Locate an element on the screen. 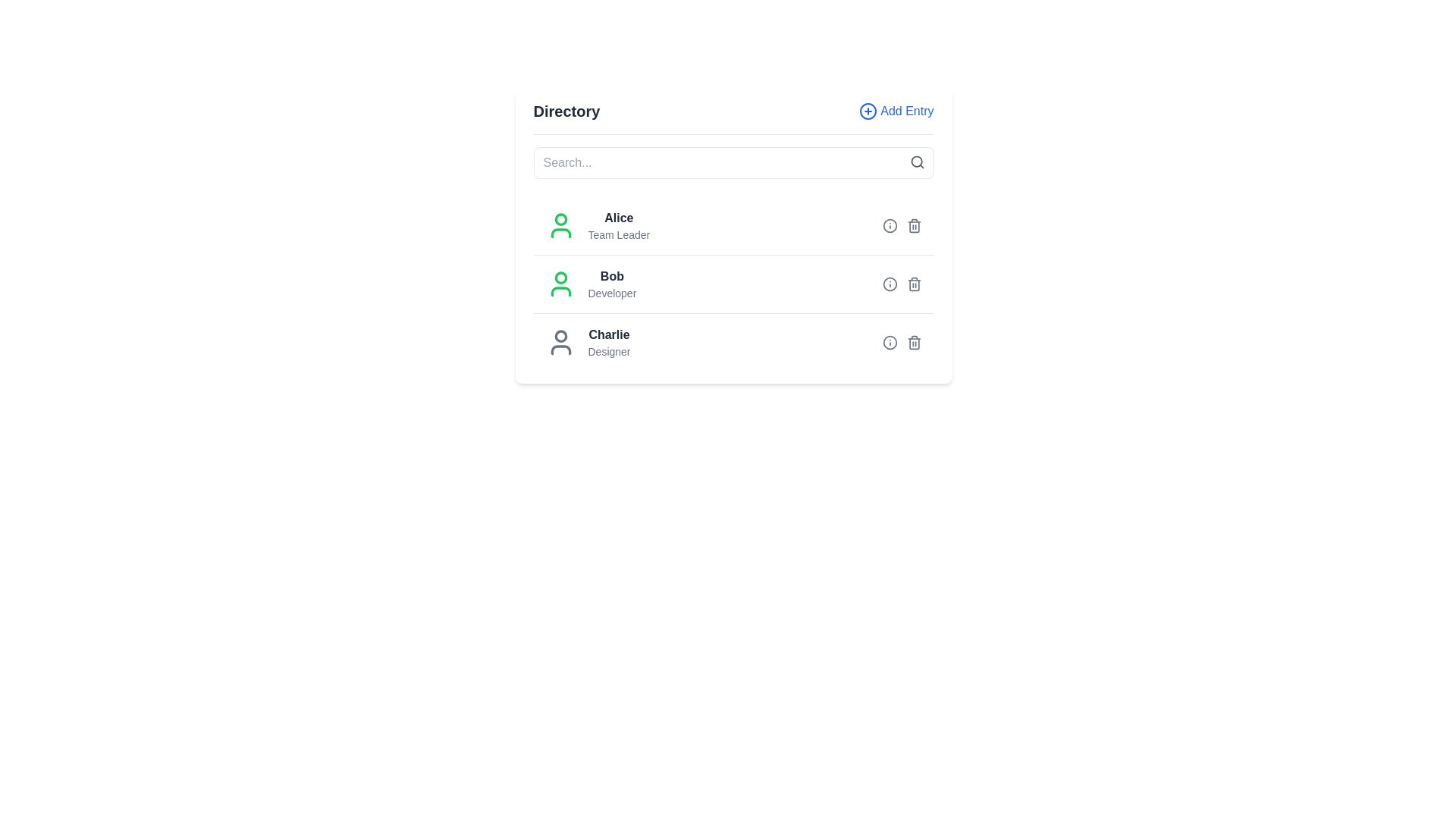  the circular icon button with a hollow center and a dot inside, located adjacent to the right side of the name 'Bob' in the second row of the directory list is located at coordinates (890, 284).